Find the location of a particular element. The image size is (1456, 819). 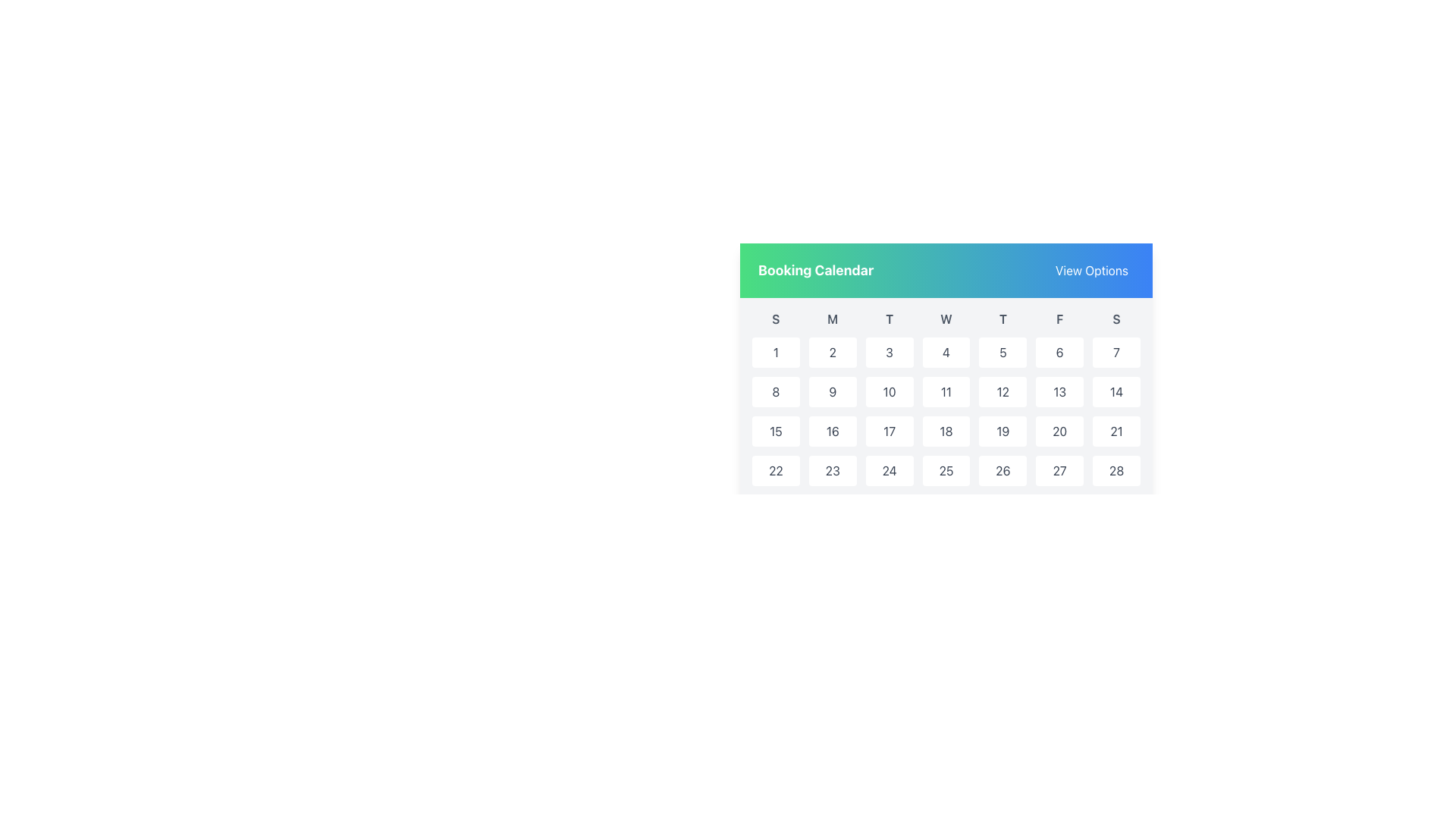

the square-shaped, white, rounded button displaying the number '20' located in the calendar grid under 'F' (Friday) of the third week is located at coordinates (1059, 431).